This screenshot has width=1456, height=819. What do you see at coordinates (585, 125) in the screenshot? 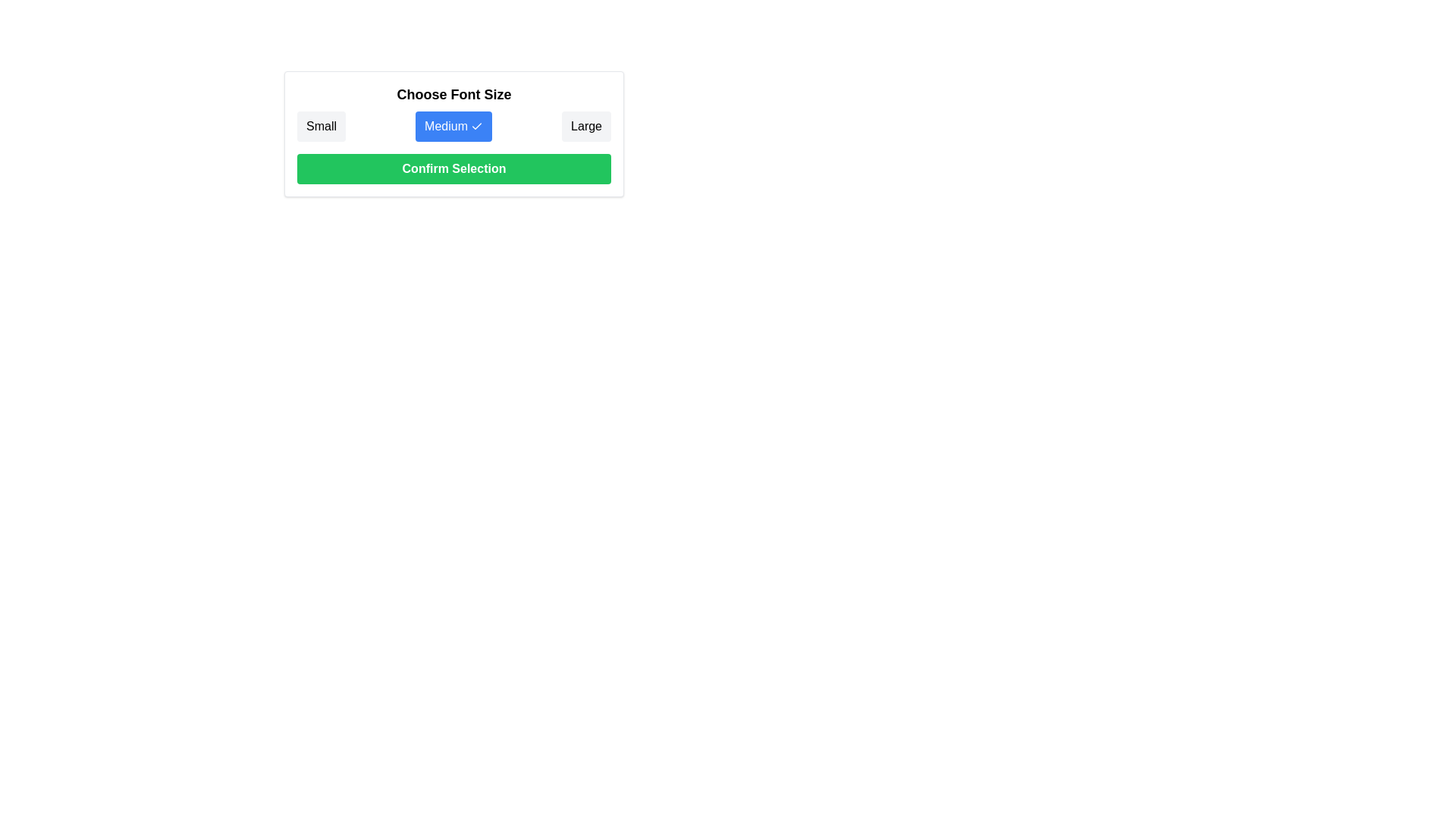
I see `the rectangular text button labeled 'Large' with a light gray background` at bounding box center [585, 125].